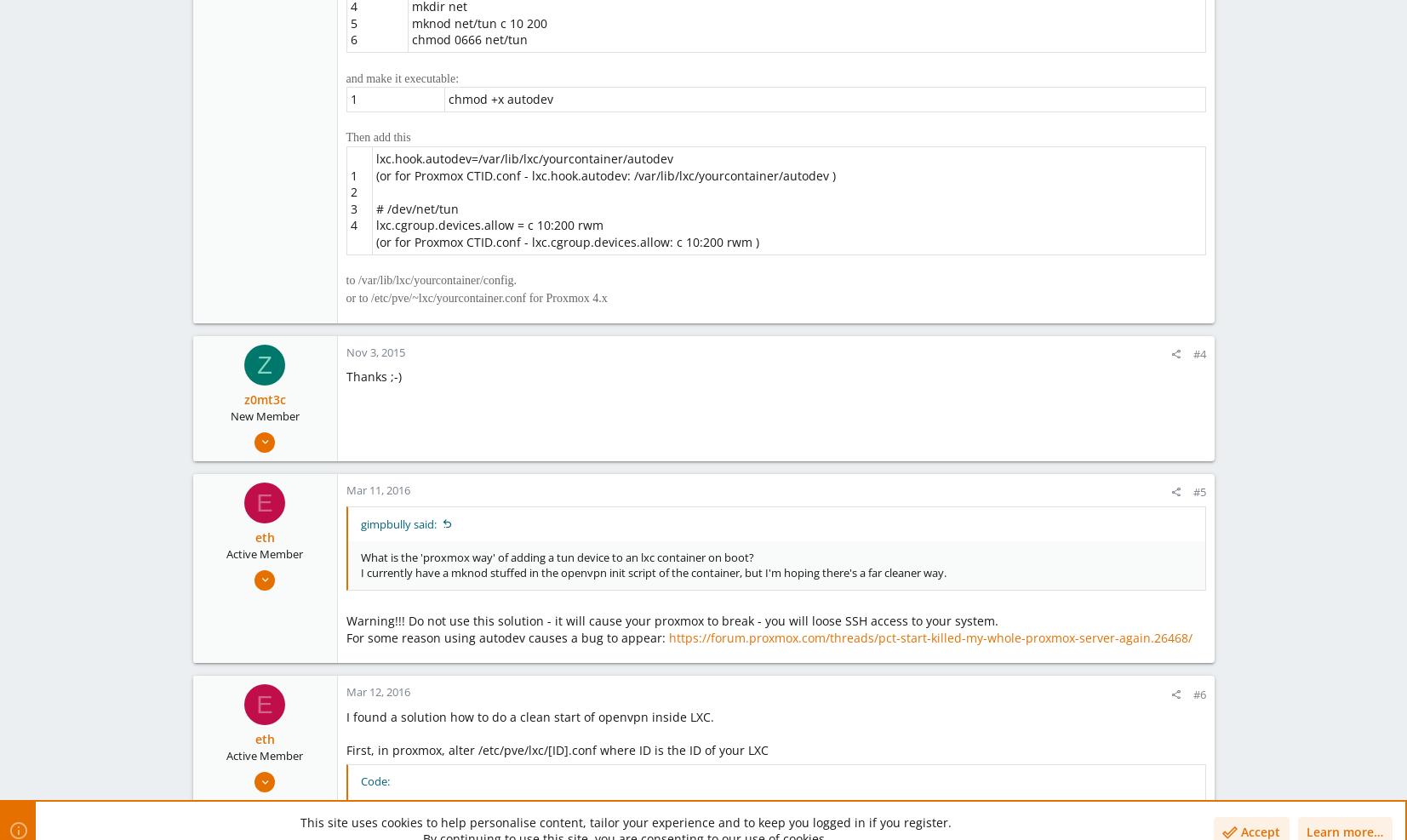 This screenshot has height=840, width=1407. What do you see at coordinates (372, 375) in the screenshot?
I see `'Thanks ;-)'` at bounding box center [372, 375].